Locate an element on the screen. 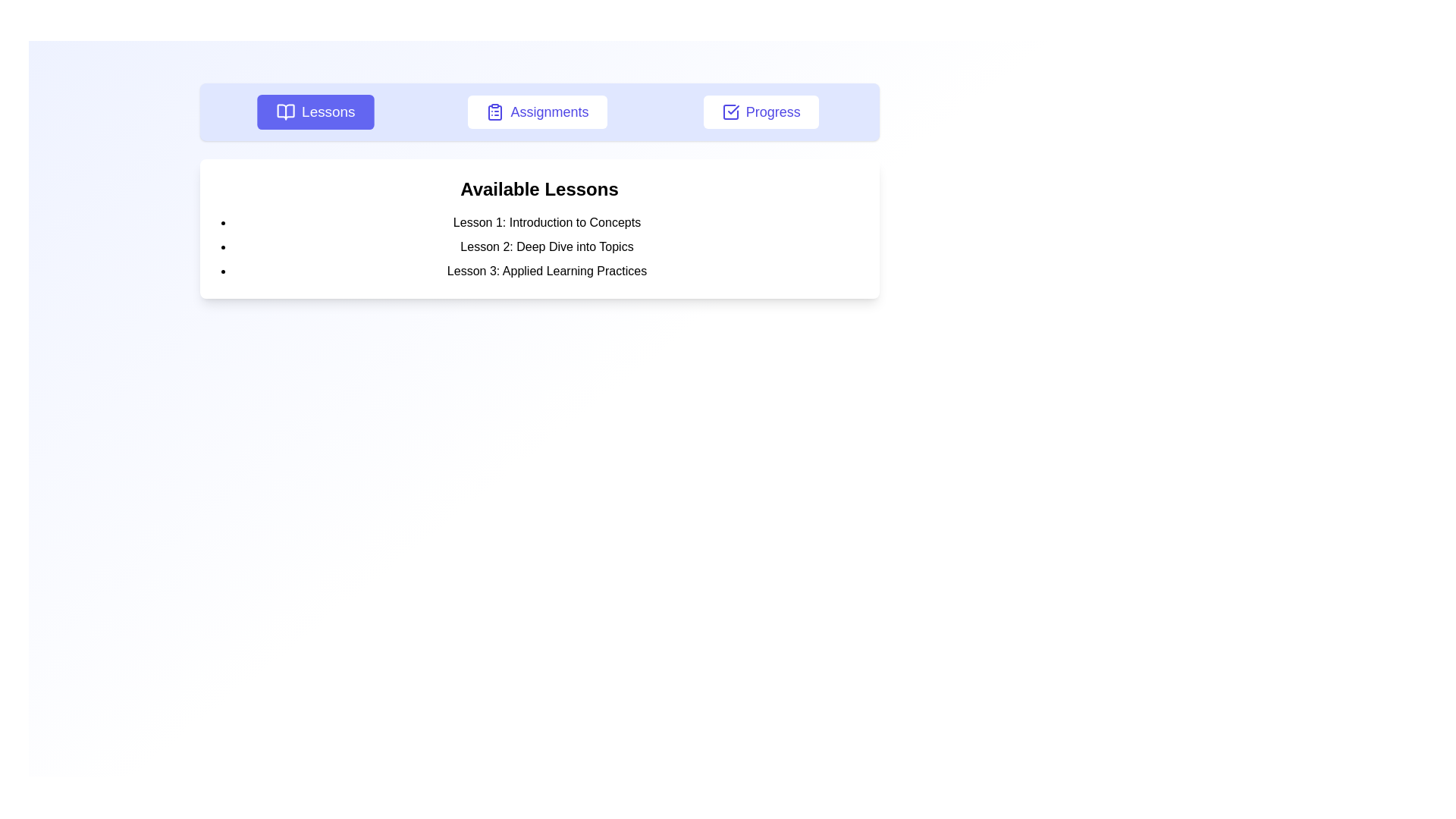 This screenshot has height=819, width=1456. a button in the horizontal navigation bar, which is characterized by its light blue background and interactive rectangular buttons with icons and labels, to focus on it is located at coordinates (539, 111).